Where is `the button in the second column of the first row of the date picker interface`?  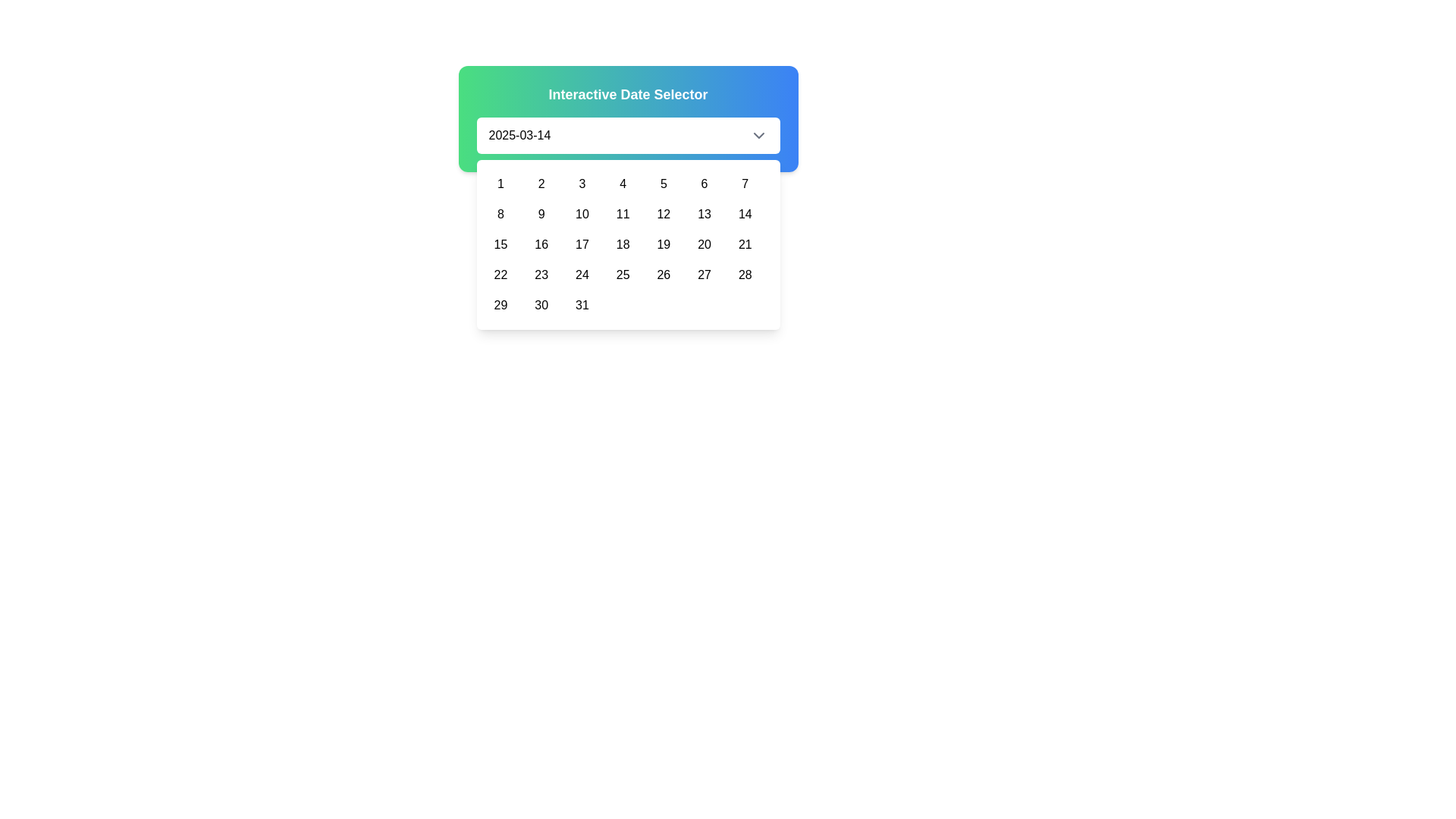 the button in the second column of the first row of the date picker interface is located at coordinates (541, 184).